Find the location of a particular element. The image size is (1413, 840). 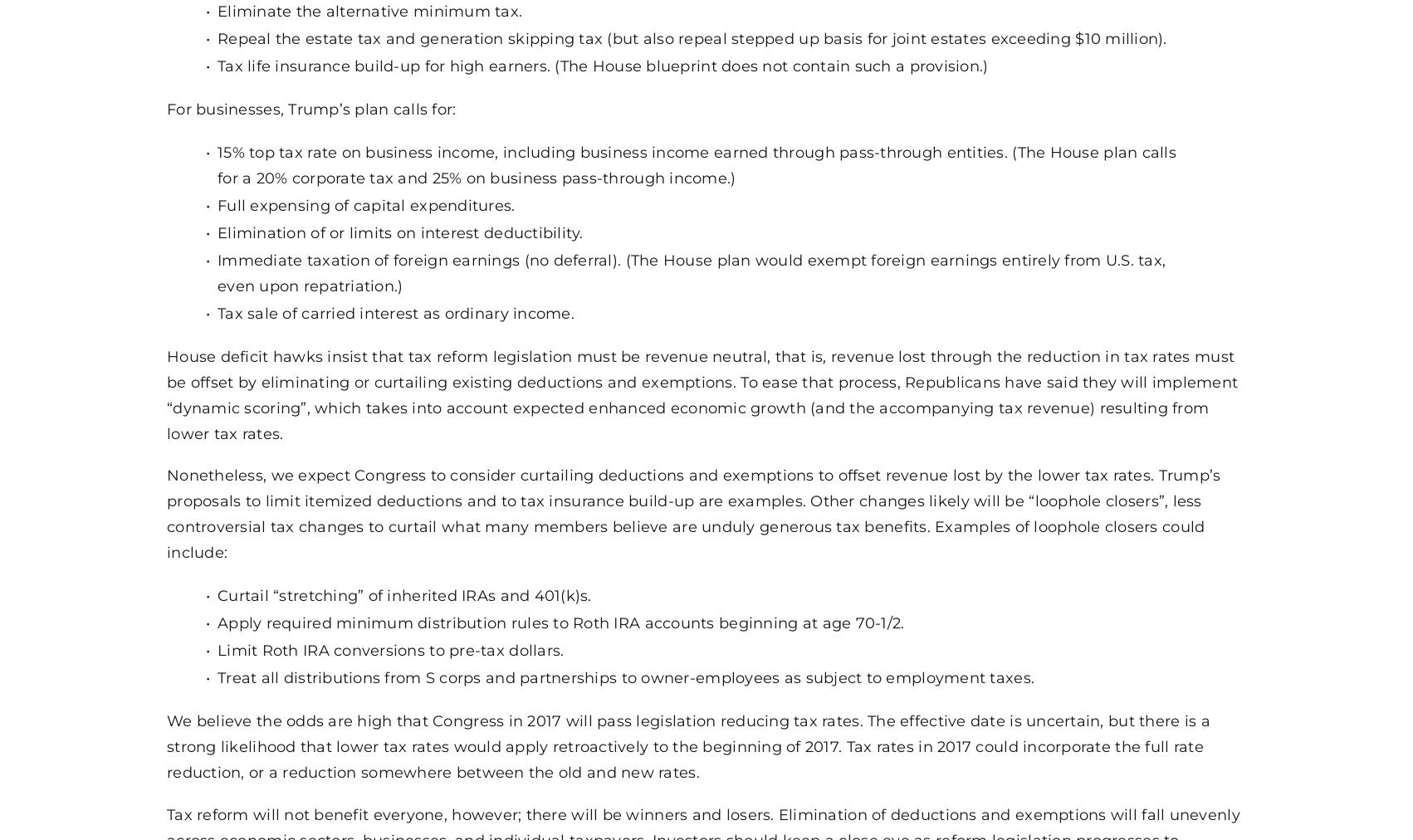

'Tax sale of carried interest as ordinary income.' is located at coordinates (394, 310).